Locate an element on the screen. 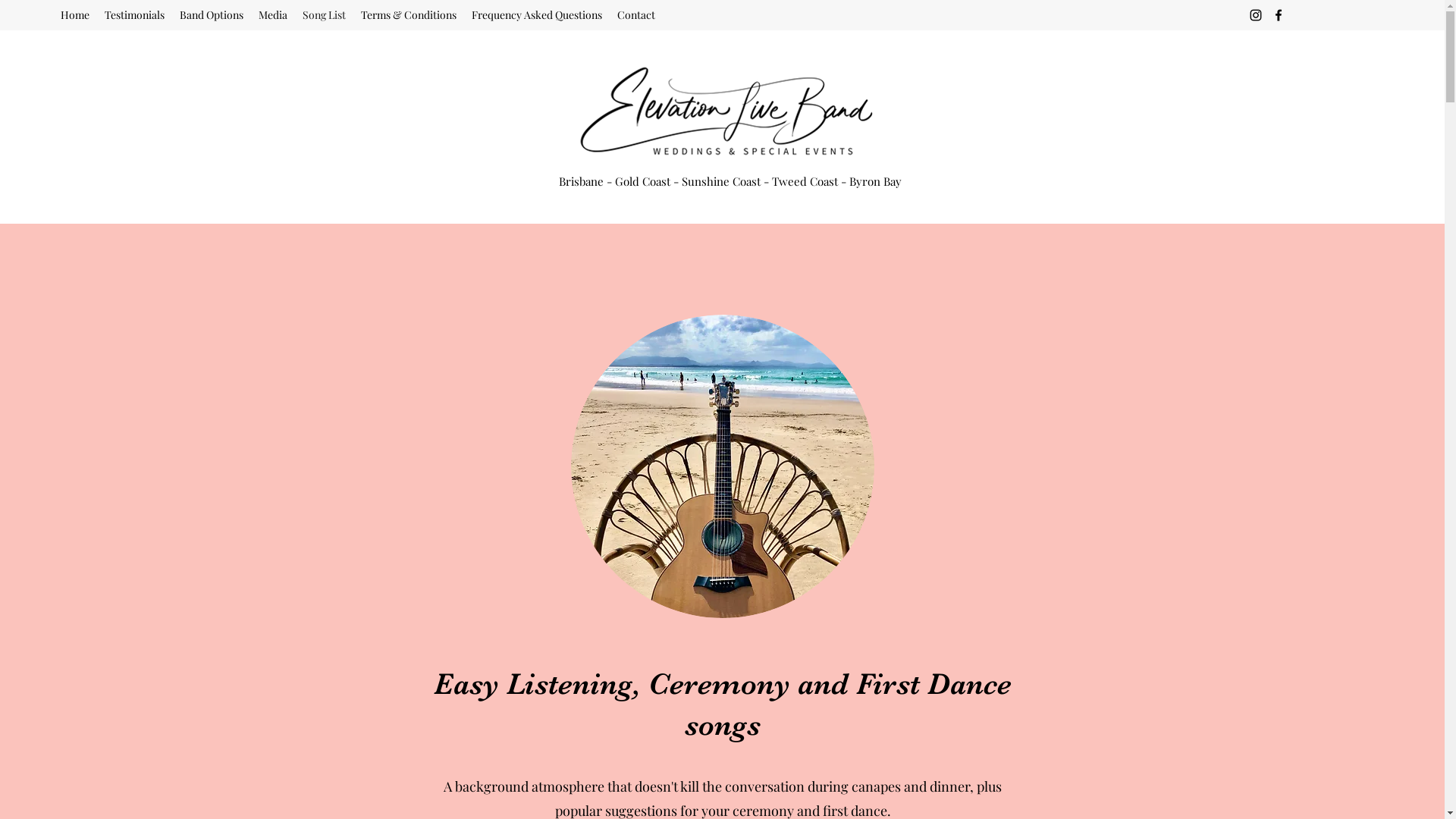  'Media' is located at coordinates (273, 14).